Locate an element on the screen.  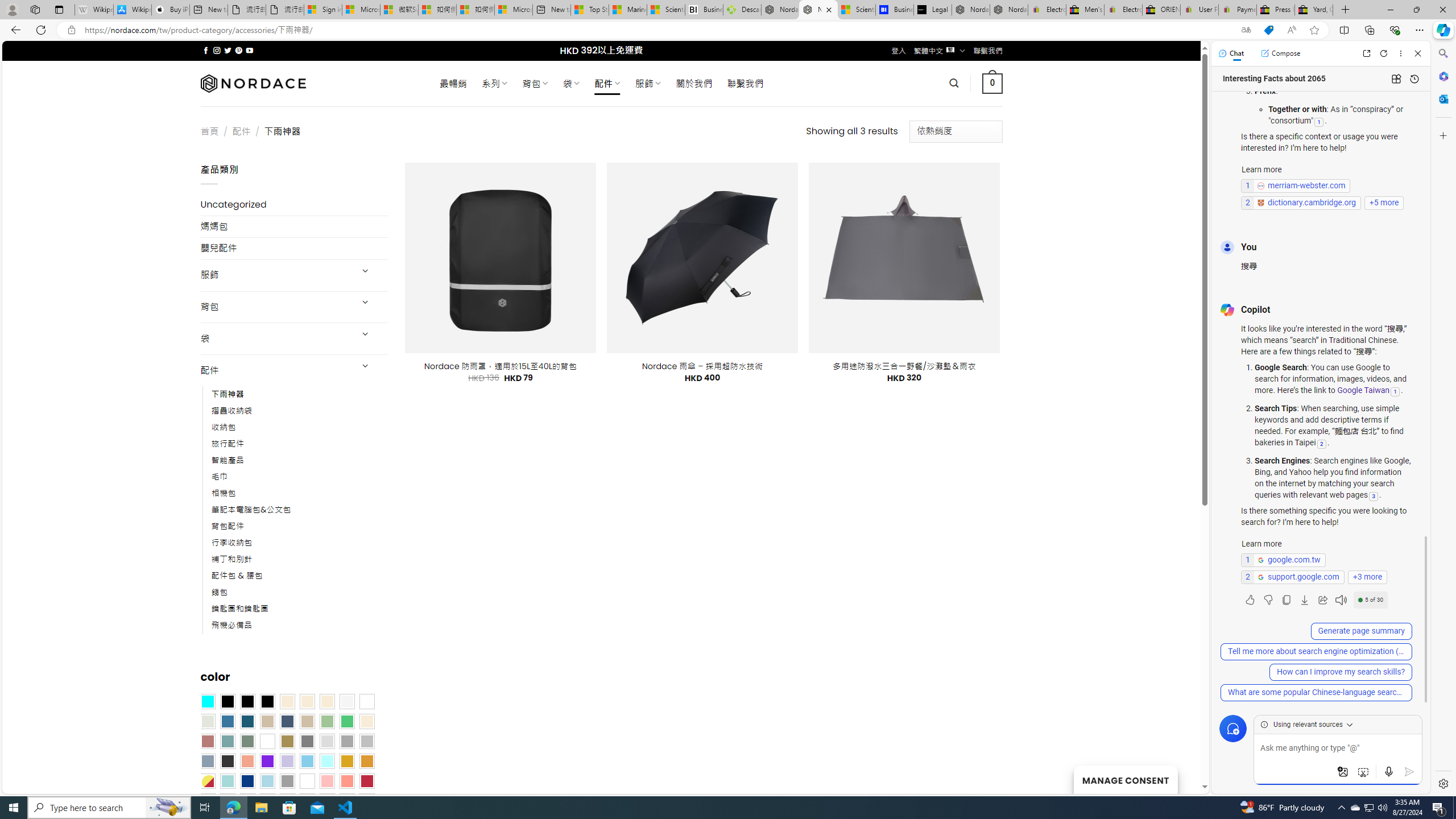
'Uncategorized' is located at coordinates (294, 205).